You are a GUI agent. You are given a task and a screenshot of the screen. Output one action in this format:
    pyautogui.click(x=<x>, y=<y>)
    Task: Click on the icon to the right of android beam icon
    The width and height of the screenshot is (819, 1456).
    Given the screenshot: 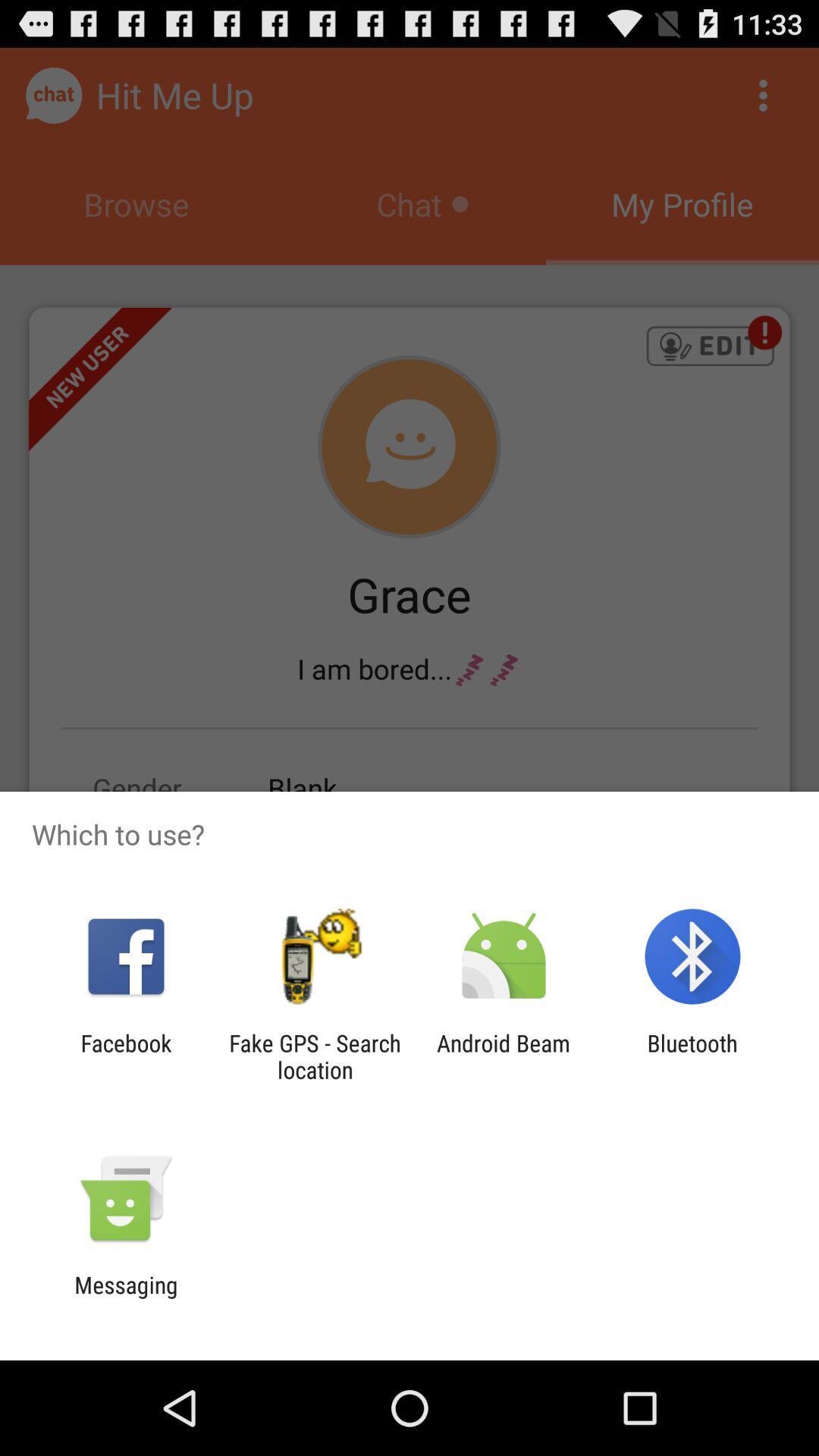 What is the action you would take?
    pyautogui.click(x=692, y=1056)
    